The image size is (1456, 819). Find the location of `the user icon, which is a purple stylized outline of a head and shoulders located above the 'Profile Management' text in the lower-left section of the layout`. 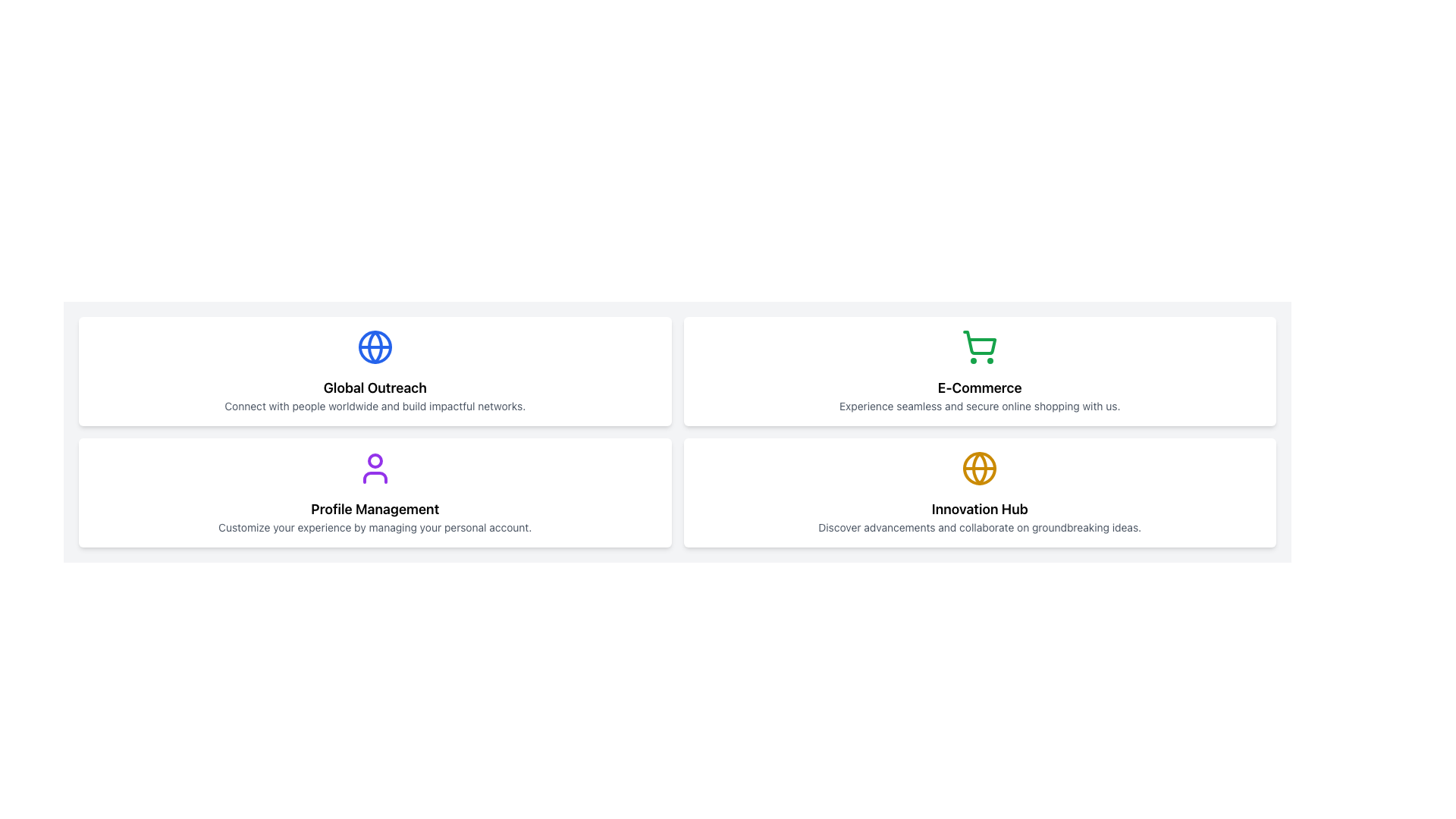

the user icon, which is a purple stylized outline of a head and shoulders located above the 'Profile Management' text in the lower-left section of the layout is located at coordinates (375, 467).